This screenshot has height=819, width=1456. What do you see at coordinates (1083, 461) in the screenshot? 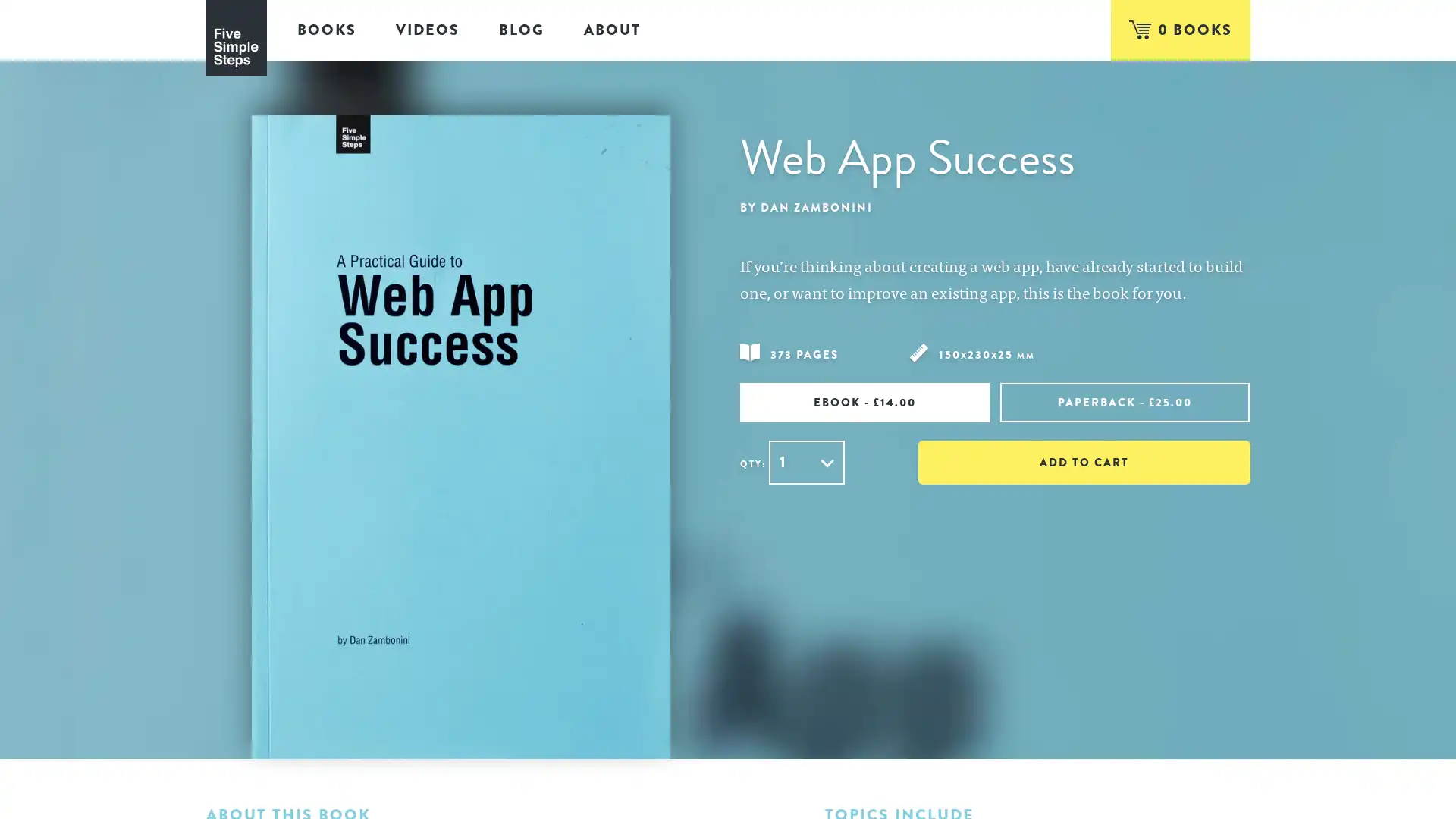
I see `Add to cart` at bounding box center [1083, 461].